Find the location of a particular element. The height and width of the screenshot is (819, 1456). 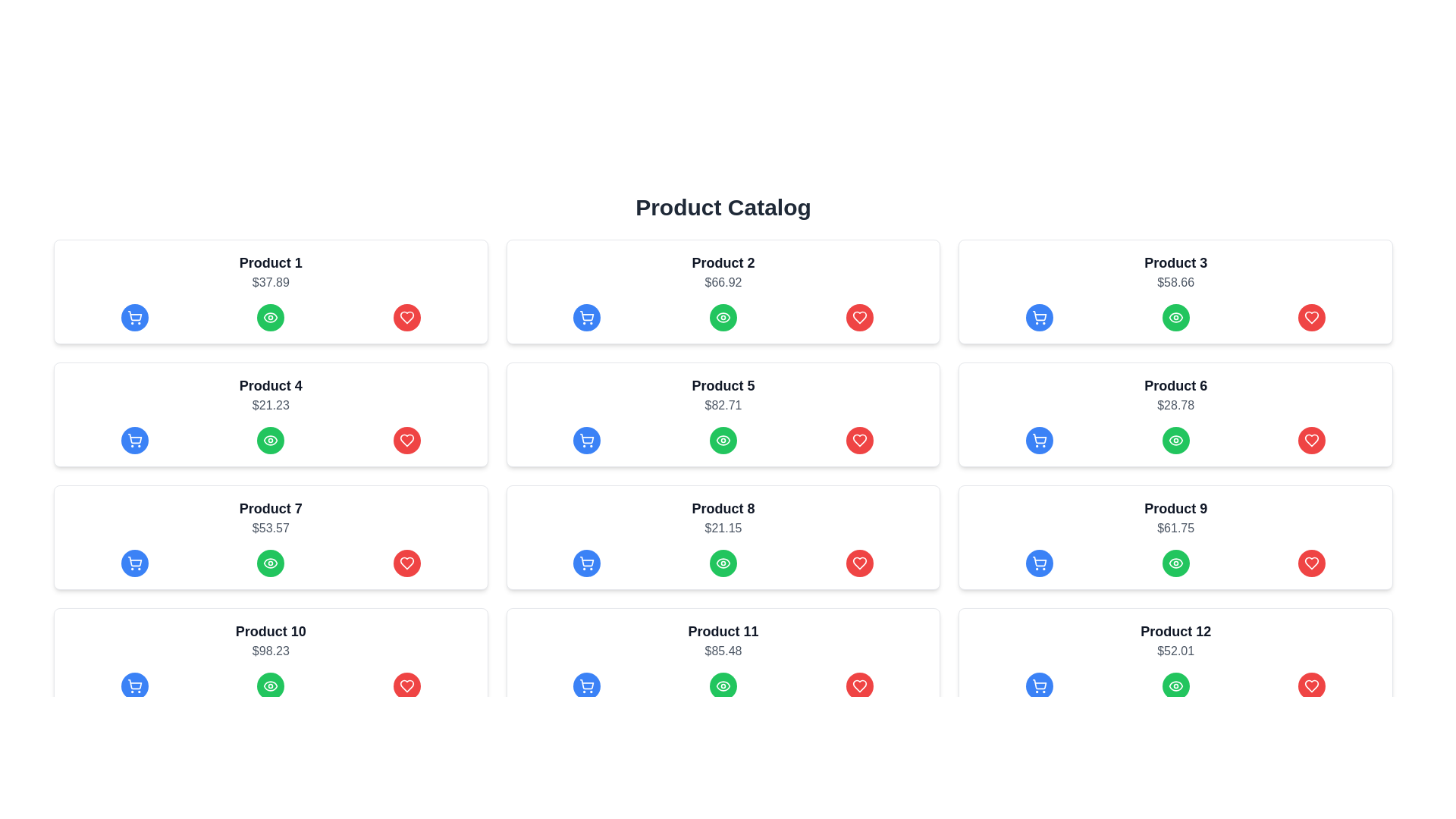

the price text label of 'Product 7', which is located in the middle row of a 3x4 grid layout and appears directly below the title 'Product 7' is located at coordinates (271, 528).